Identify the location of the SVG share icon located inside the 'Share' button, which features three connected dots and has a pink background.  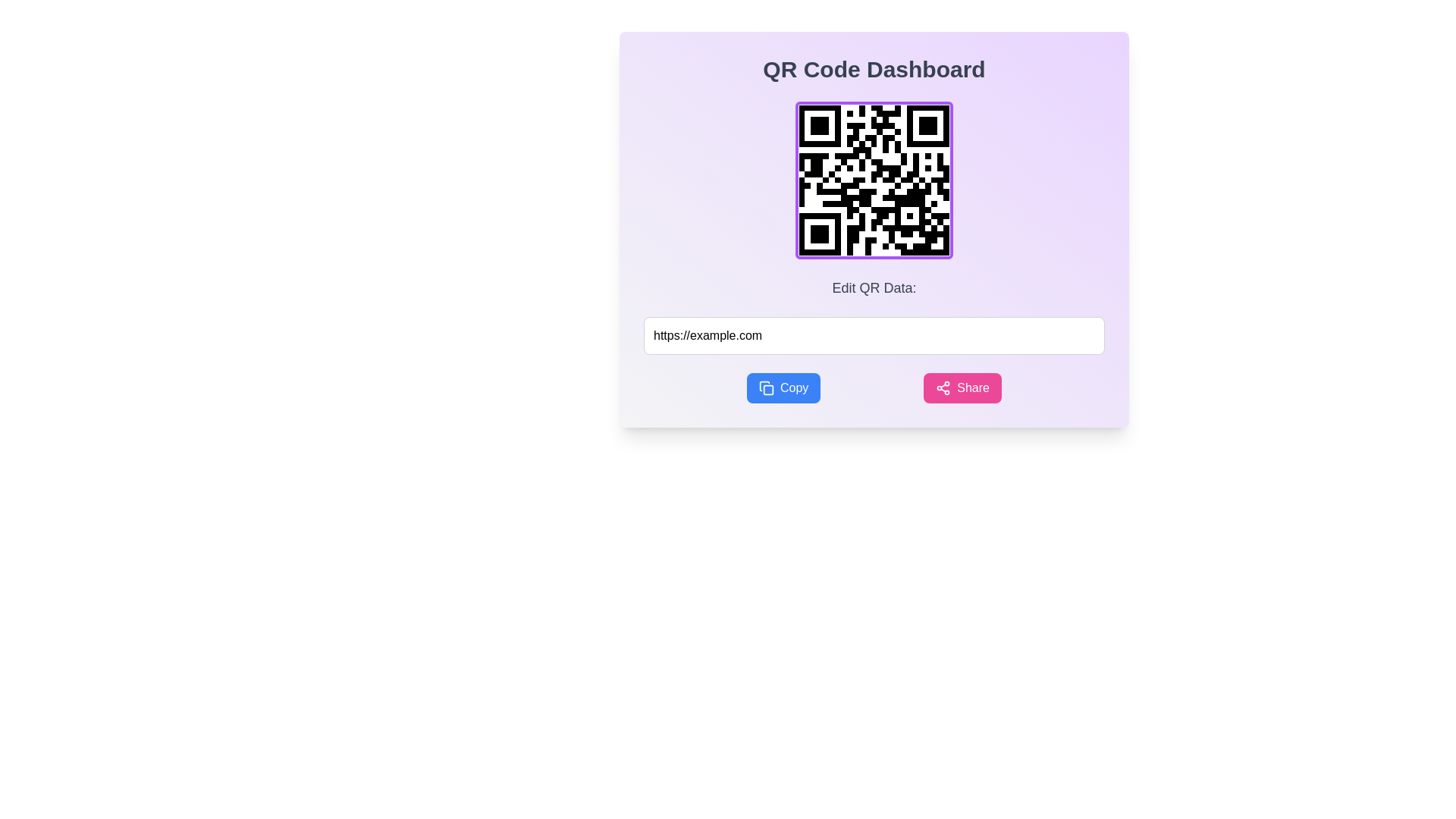
(943, 388).